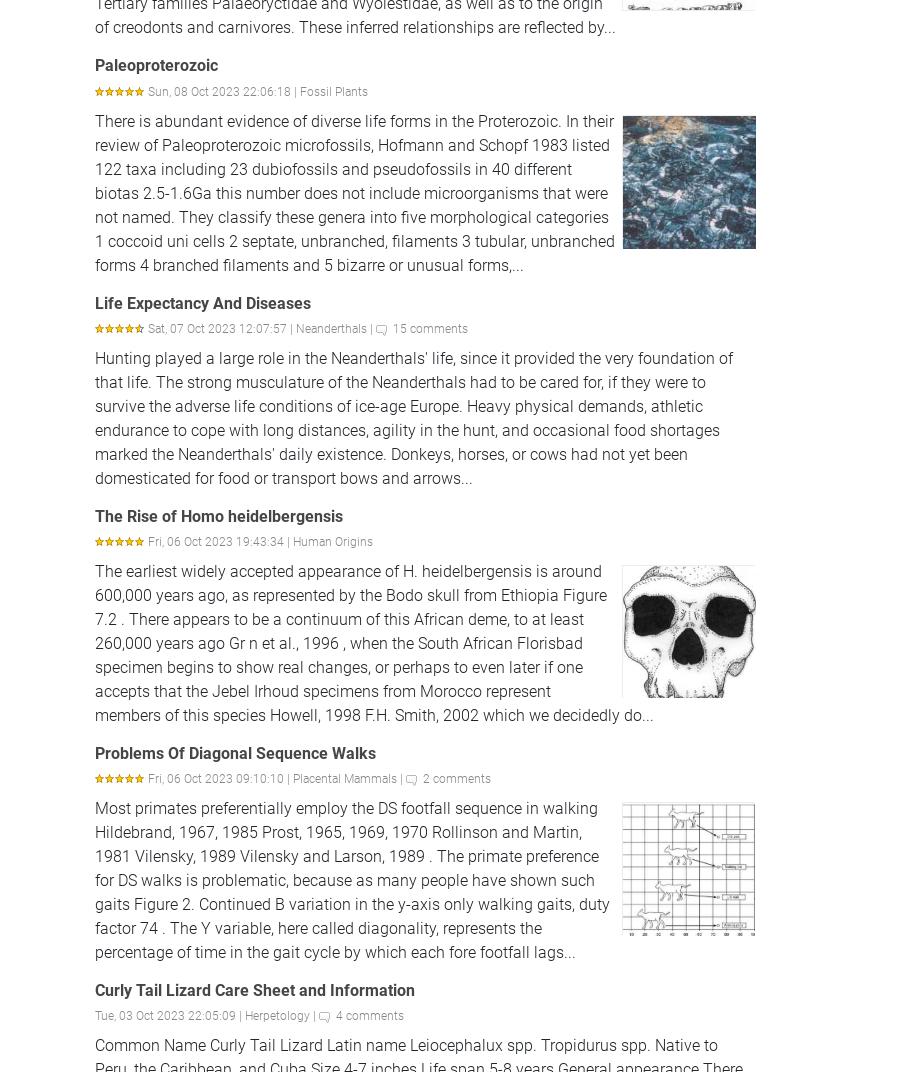 This screenshot has width=904, height=1072. What do you see at coordinates (220, 779) in the screenshot?
I see `'Fri, 06 Oct 2023 09:10:10                                    |'` at bounding box center [220, 779].